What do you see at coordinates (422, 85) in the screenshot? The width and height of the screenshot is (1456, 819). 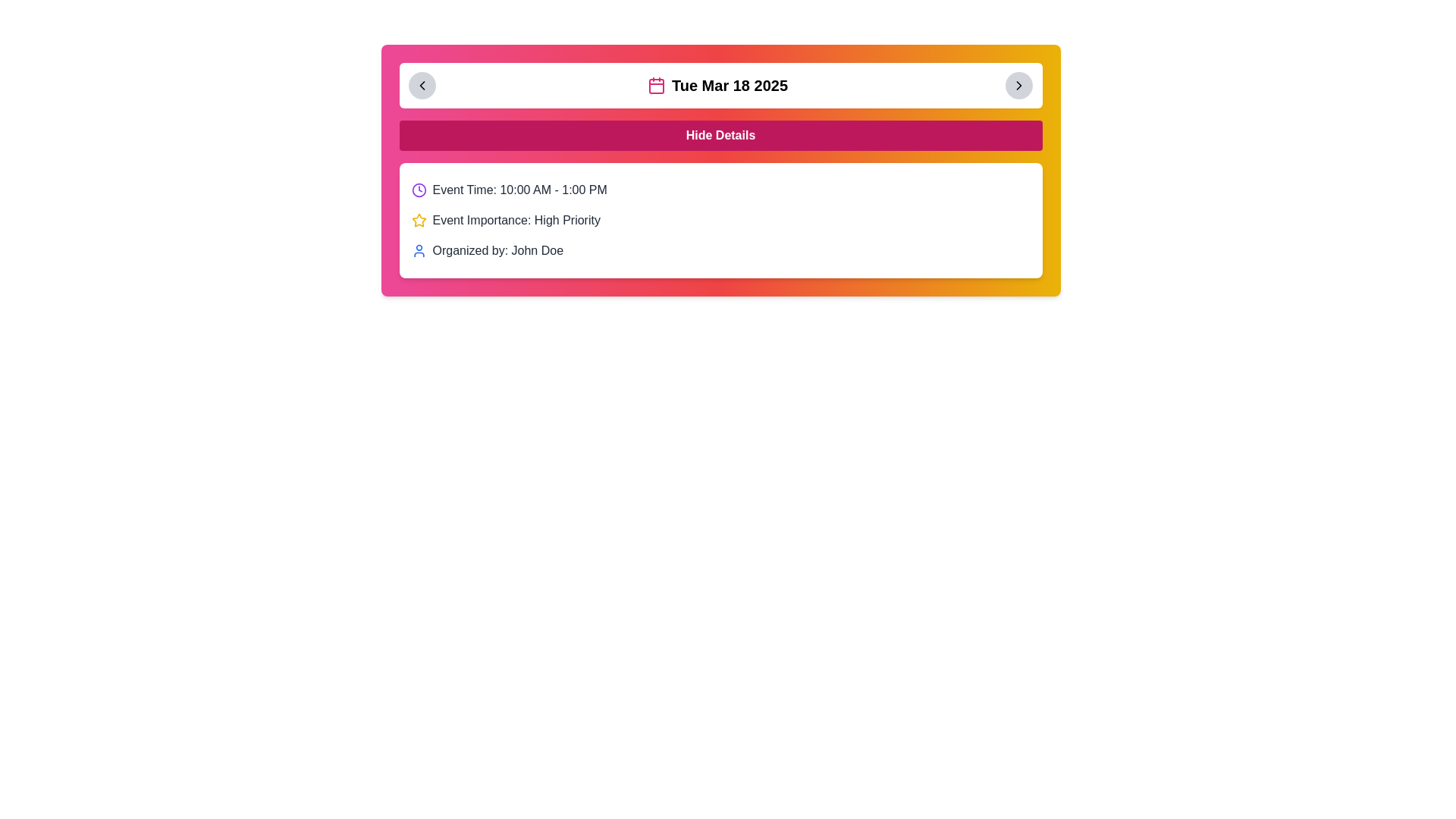 I see `the left-pointing chevron SVG icon within the circular button located at the upper left corner of the calendar card header` at bounding box center [422, 85].